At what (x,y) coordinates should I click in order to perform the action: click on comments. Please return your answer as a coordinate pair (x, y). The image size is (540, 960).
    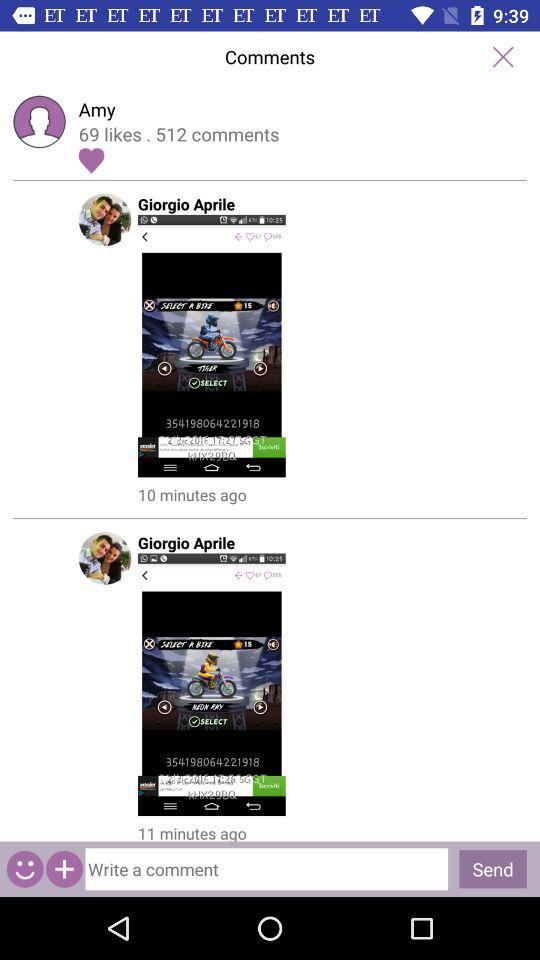
    Looking at the image, I should click on (502, 56).